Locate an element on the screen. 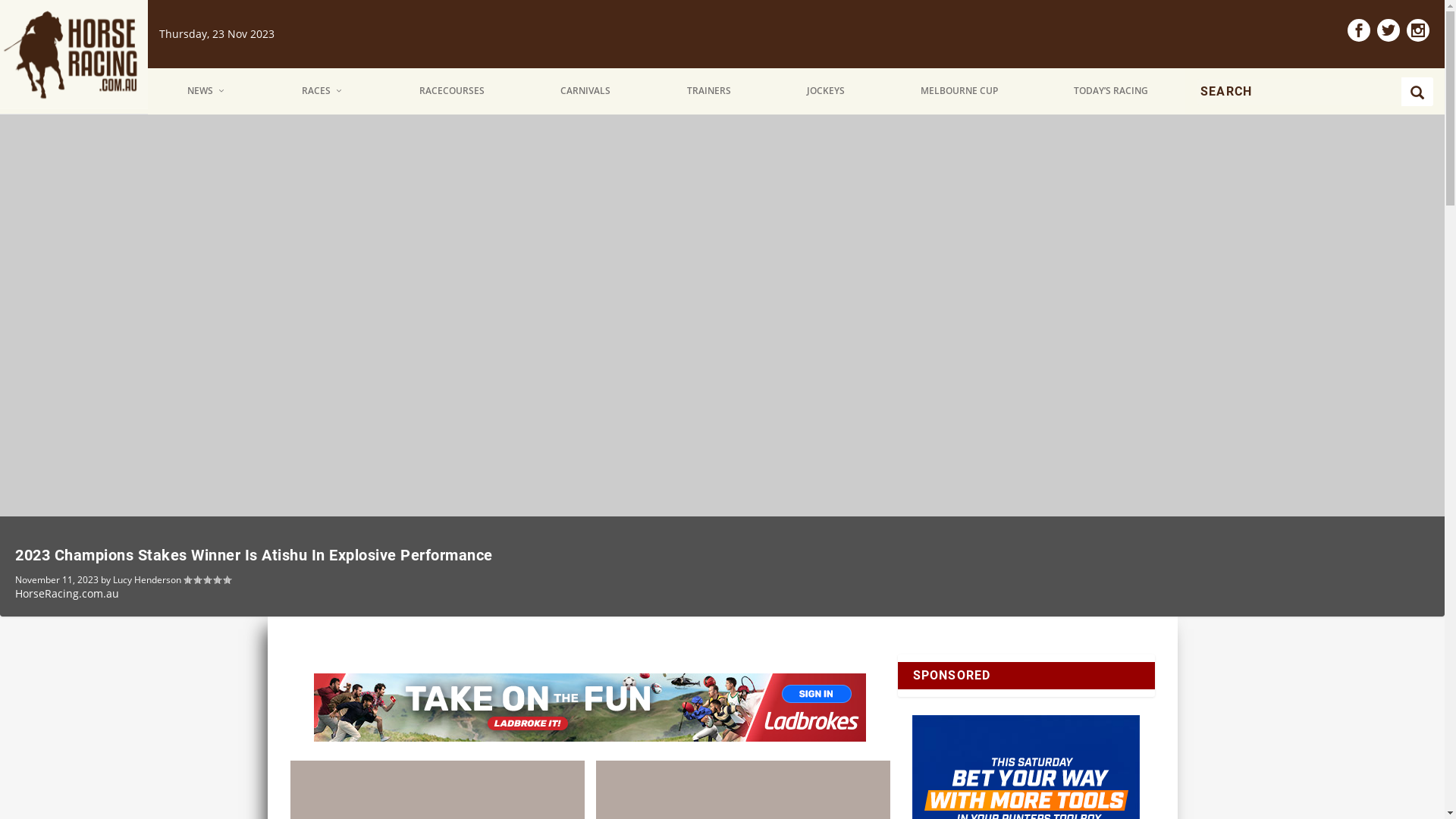 This screenshot has width=1456, height=819. 'RACES' is located at coordinates (322, 91).